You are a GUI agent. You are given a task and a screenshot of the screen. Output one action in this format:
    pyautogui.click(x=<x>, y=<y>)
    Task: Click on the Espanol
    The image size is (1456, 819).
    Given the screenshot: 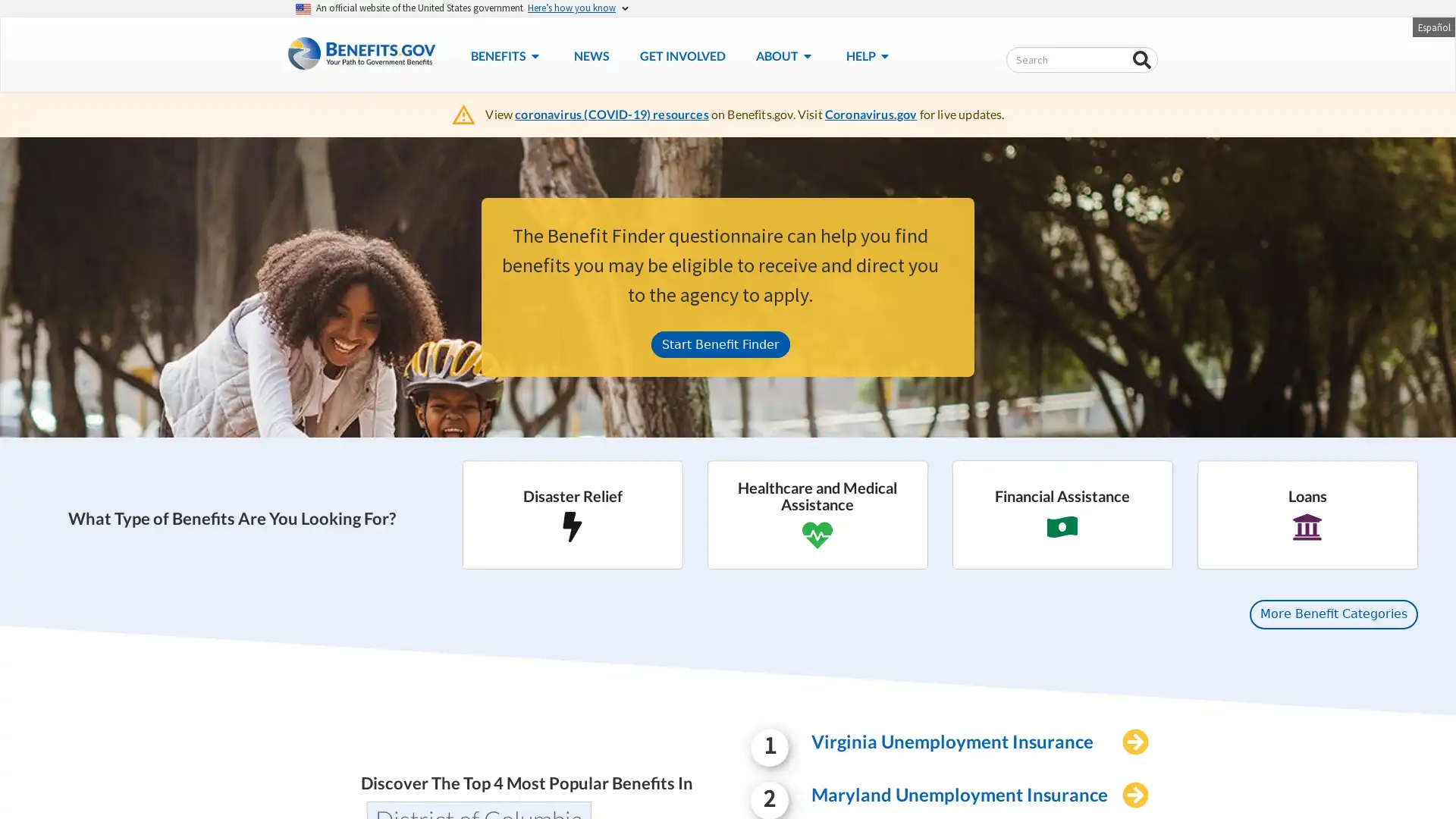 What is the action you would take?
    pyautogui.click(x=1432, y=26)
    